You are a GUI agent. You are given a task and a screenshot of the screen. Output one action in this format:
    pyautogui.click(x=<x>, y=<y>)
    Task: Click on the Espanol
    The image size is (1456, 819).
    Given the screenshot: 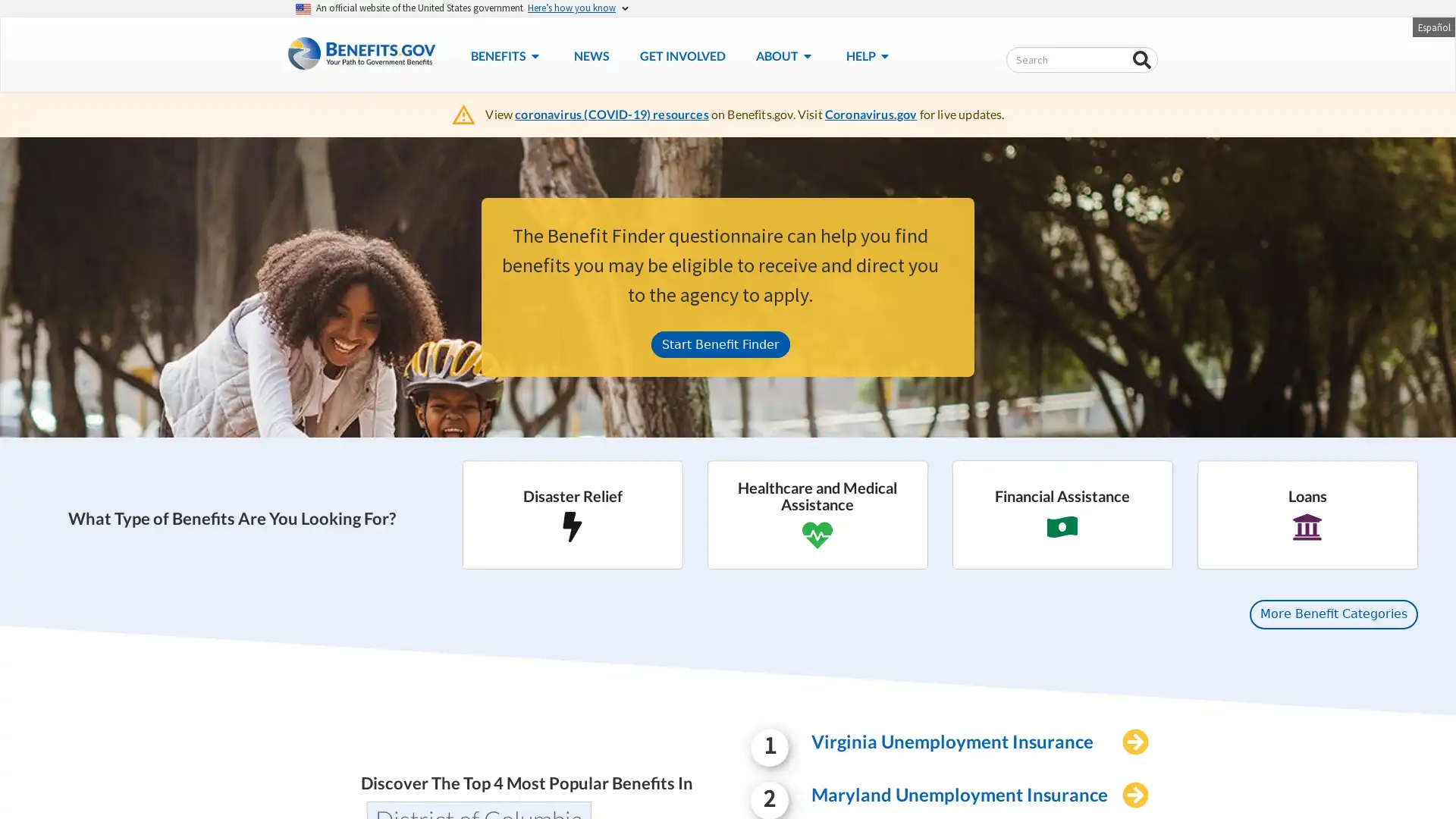 What is the action you would take?
    pyautogui.click(x=1432, y=26)
    